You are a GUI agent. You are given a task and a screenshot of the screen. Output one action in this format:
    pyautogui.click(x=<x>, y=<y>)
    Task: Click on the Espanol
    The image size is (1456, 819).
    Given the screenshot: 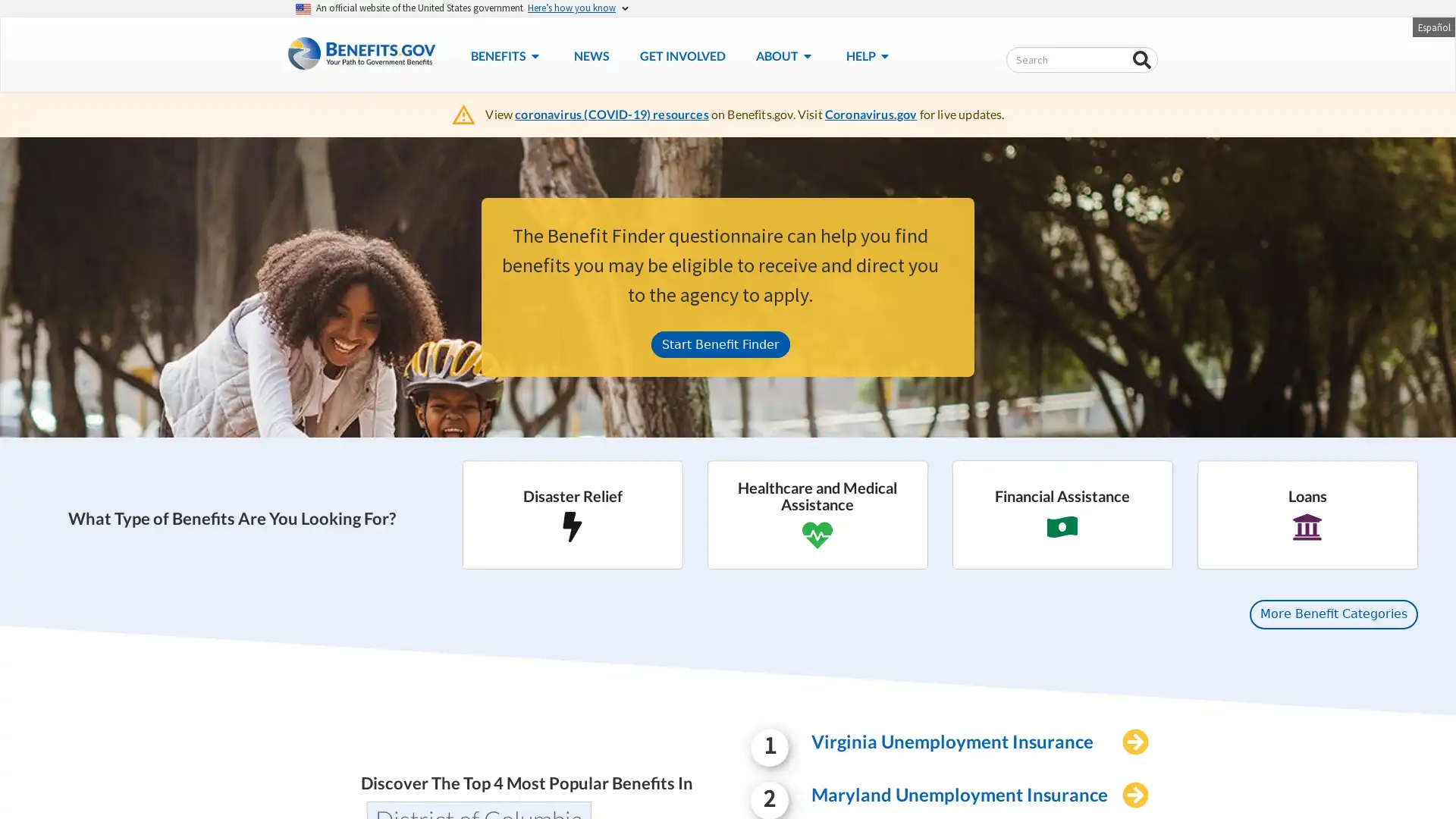 What is the action you would take?
    pyautogui.click(x=1432, y=26)
    